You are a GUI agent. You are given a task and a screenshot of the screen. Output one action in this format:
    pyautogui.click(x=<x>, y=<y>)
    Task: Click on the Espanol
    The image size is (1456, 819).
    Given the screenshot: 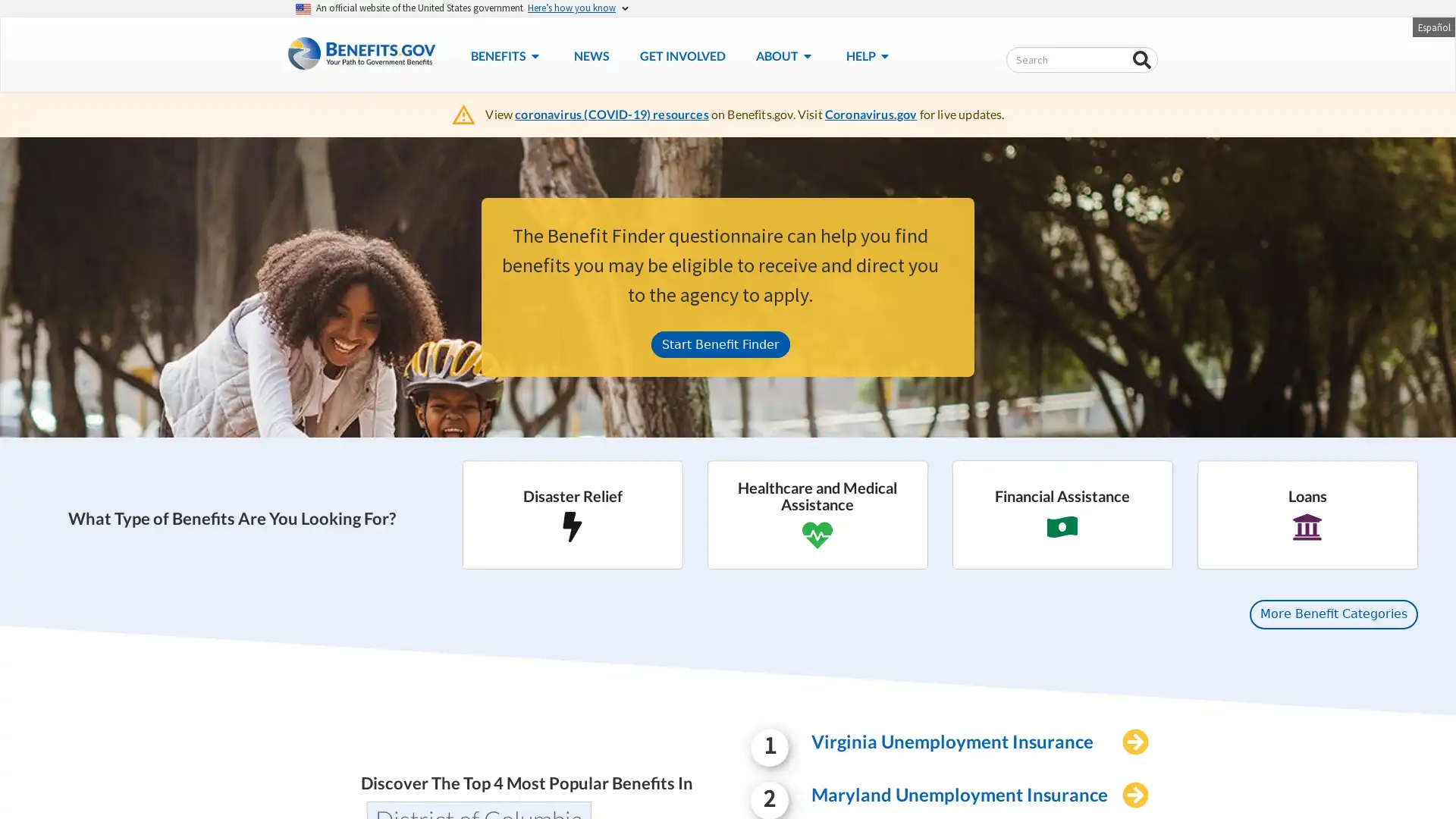 What is the action you would take?
    pyautogui.click(x=1432, y=26)
    